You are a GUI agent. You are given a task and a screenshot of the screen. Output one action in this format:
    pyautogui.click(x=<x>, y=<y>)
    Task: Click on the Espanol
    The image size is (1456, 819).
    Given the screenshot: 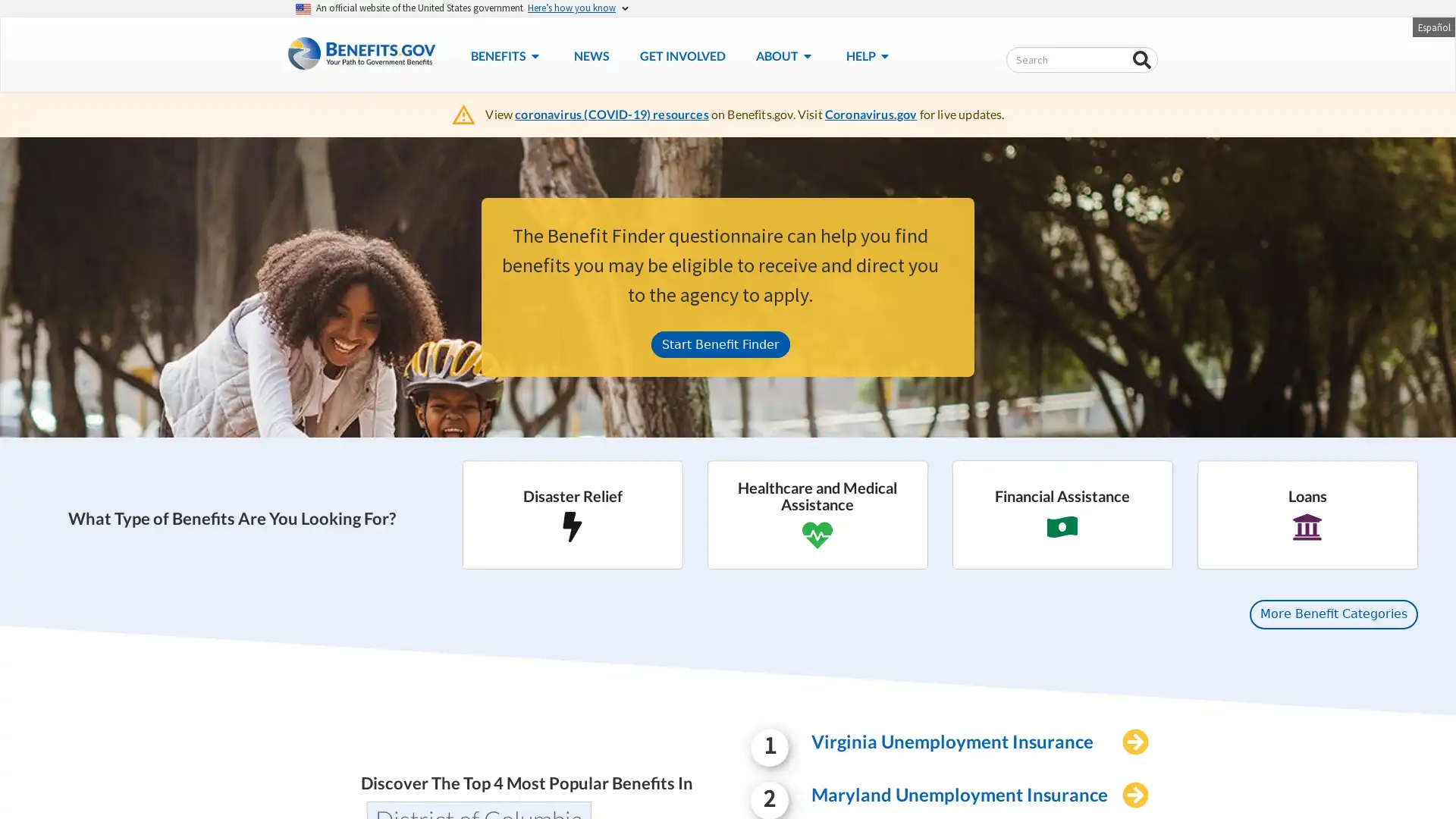 What is the action you would take?
    pyautogui.click(x=1432, y=26)
    